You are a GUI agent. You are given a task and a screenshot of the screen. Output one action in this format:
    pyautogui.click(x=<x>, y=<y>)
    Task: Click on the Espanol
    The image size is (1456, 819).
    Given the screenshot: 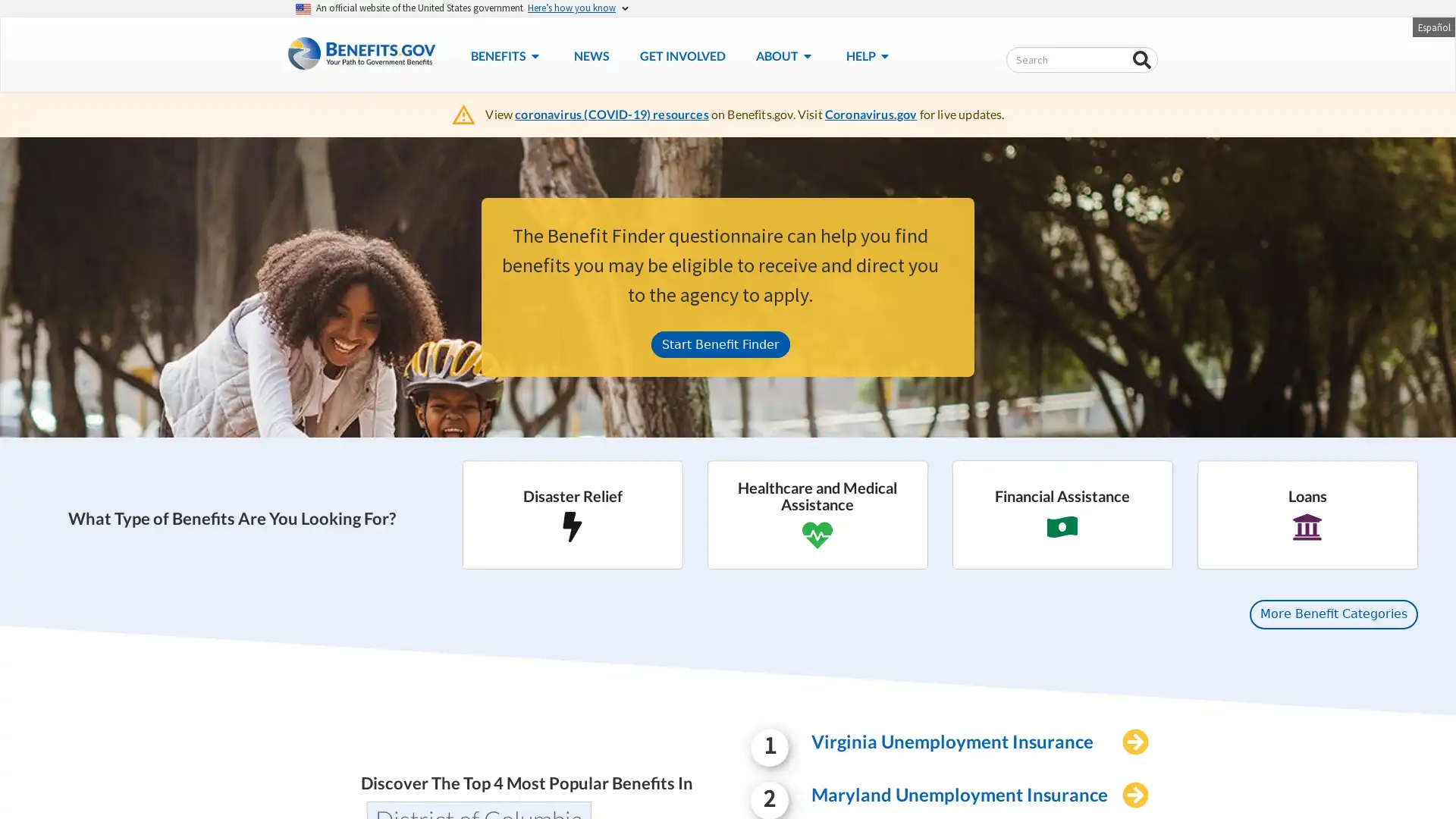 What is the action you would take?
    pyautogui.click(x=1432, y=26)
    